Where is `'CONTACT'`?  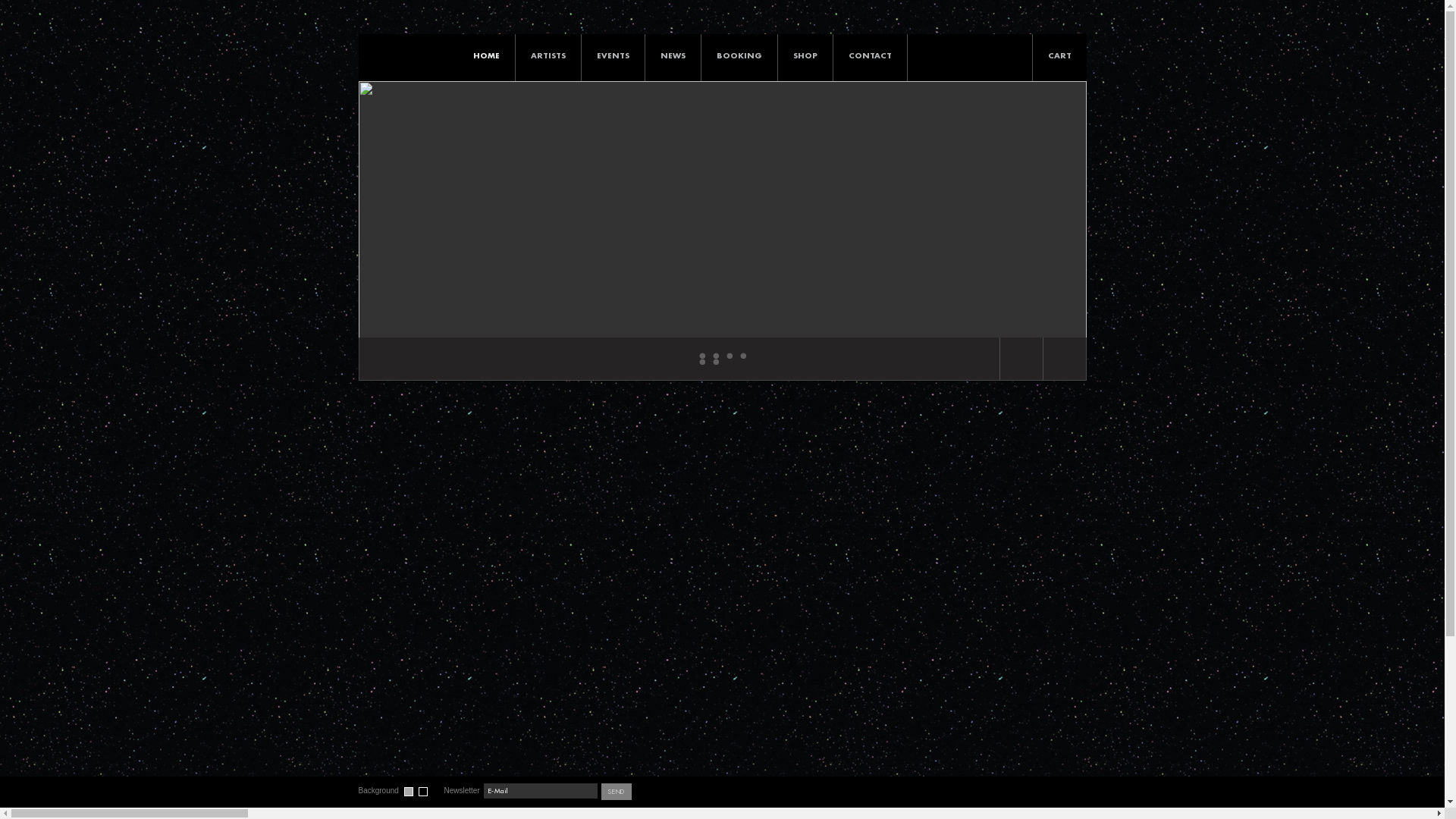
'CONTACT' is located at coordinates (832, 55).